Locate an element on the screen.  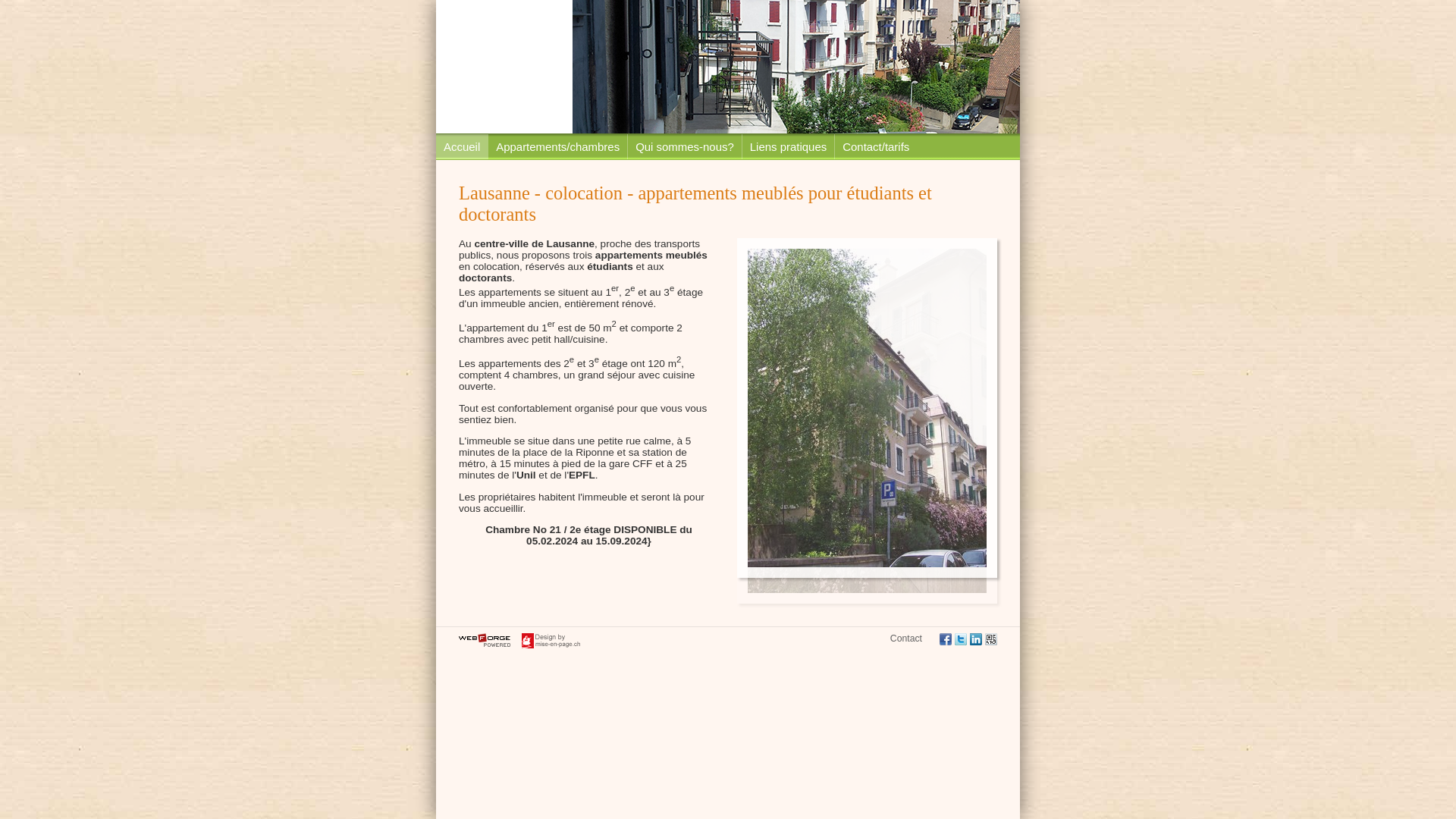
'Qui sommes-nous?' is located at coordinates (626, 146).